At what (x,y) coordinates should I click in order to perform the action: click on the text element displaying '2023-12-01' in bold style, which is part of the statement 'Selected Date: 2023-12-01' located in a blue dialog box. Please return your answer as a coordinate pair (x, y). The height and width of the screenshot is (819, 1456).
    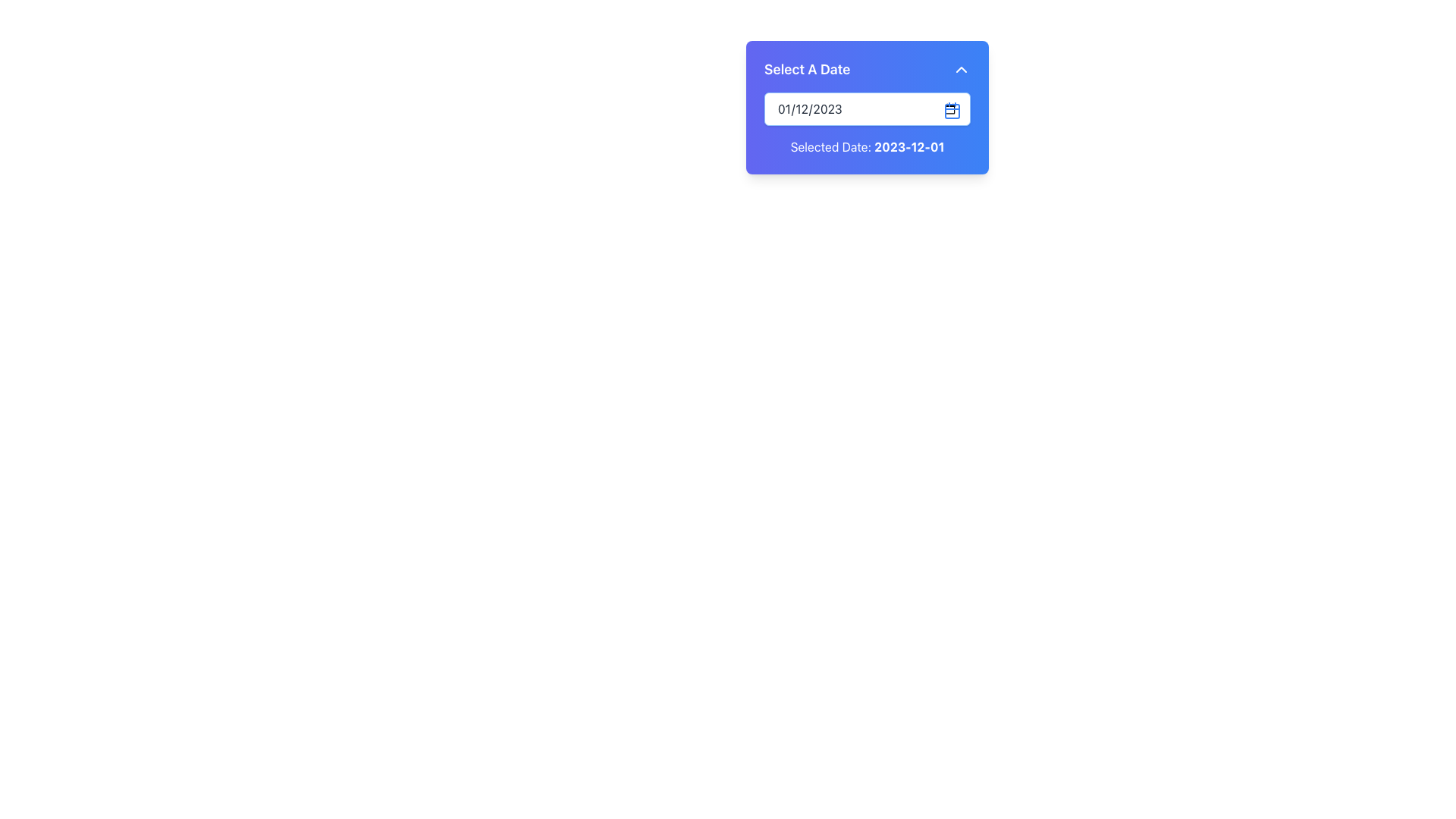
    Looking at the image, I should click on (909, 146).